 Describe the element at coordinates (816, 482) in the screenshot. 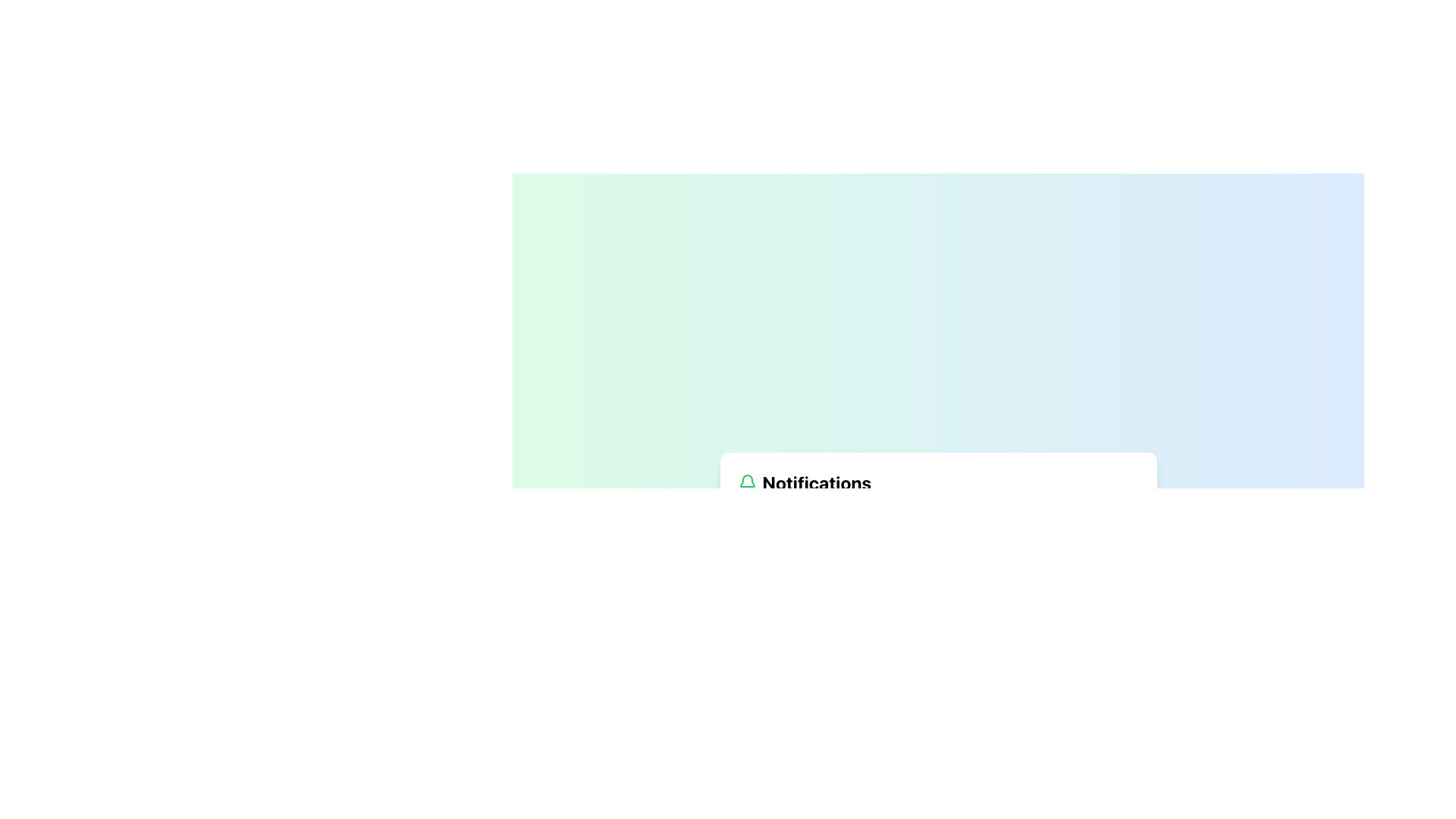

I see `the notification section based on the 'Notifications' text label, which is styled in bold, large font` at that location.